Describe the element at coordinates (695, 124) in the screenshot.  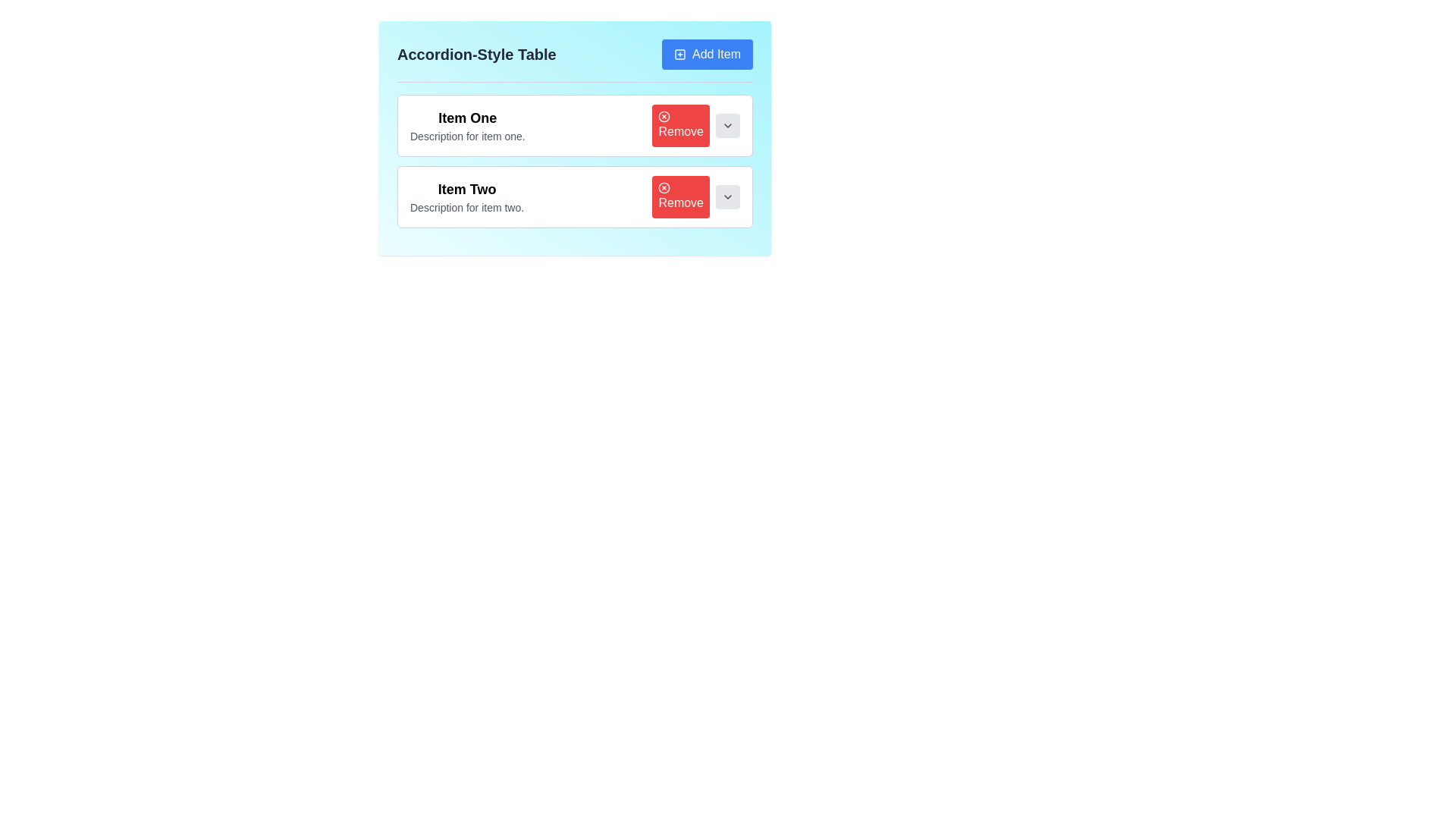
I see `the red rectangular 'Remove' button with a white cross icon located in the 'Item One' section, adjacent to the description text 'Description for item one.'` at that location.